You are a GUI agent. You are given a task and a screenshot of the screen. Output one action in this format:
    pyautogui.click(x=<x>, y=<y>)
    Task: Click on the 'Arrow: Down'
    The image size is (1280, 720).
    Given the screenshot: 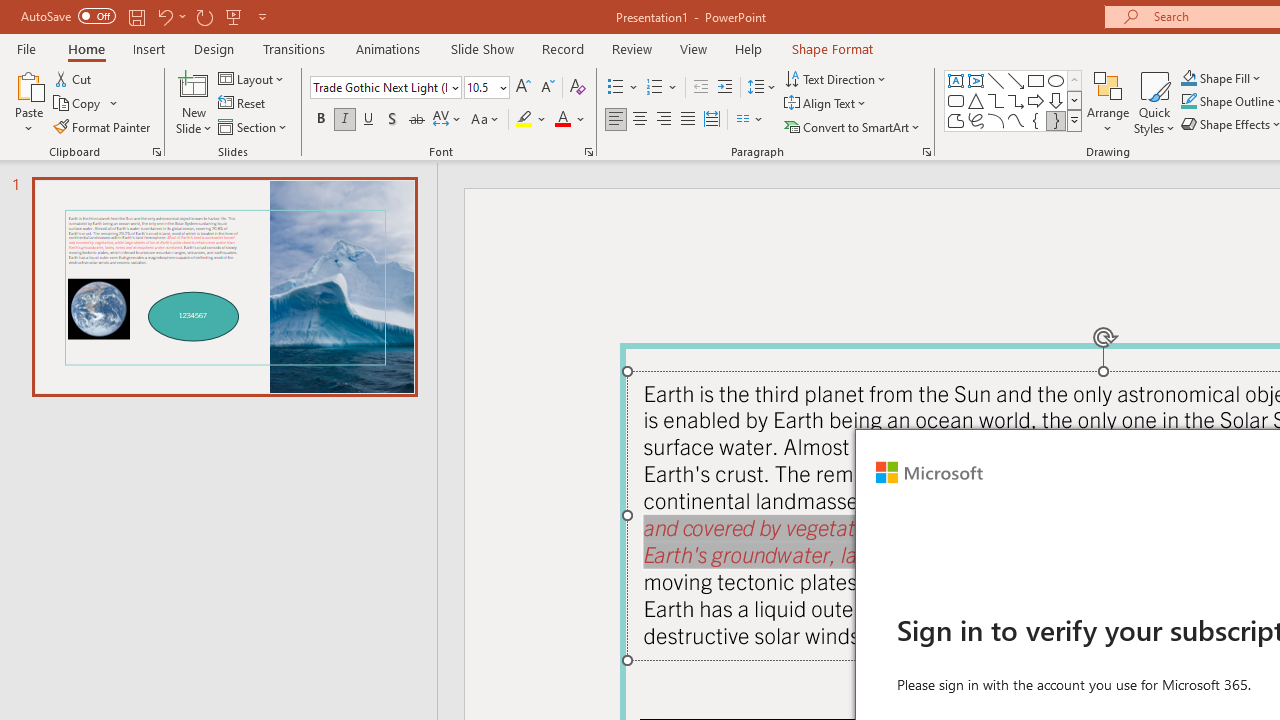 What is the action you would take?
    pyautogui.click(x=1055, y=100)
    